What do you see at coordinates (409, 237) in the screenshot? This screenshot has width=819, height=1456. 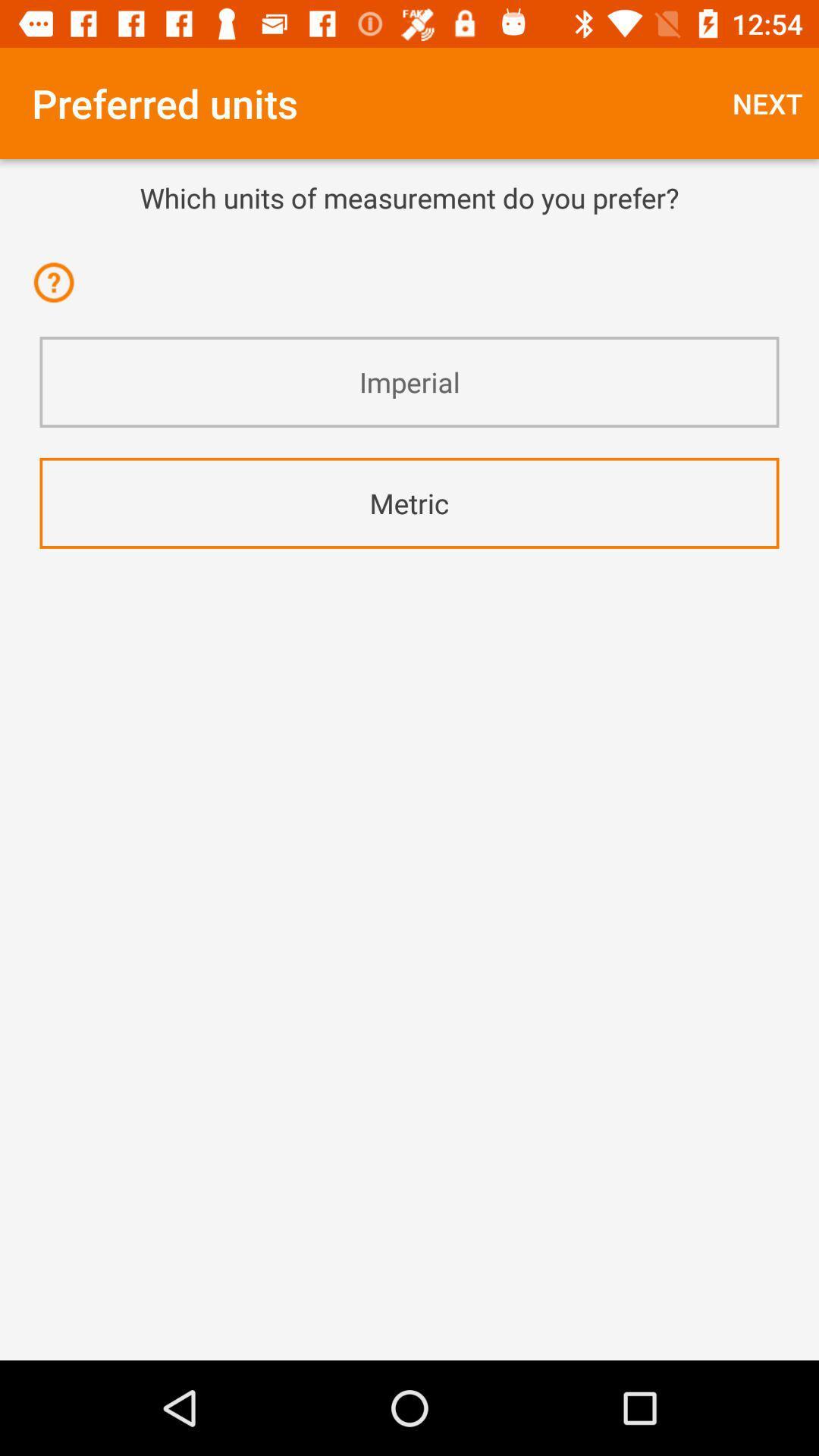 I see `item below which units of` at bounding box center [409, 237].